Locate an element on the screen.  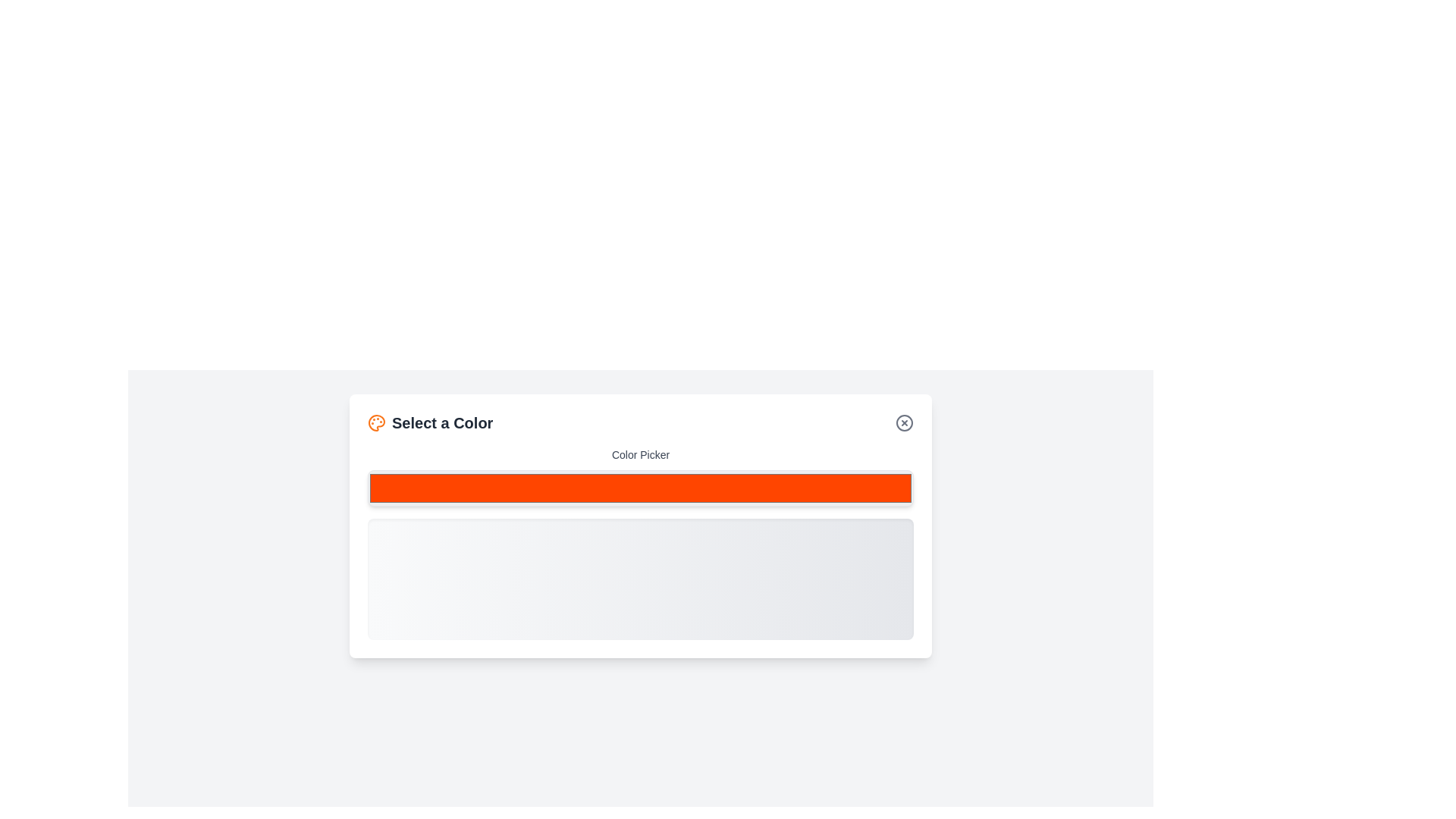
the Interactive color input or picker component located below the 'Select a Color' heading to interact with the color selection feature is located at coordinates (640, 475).